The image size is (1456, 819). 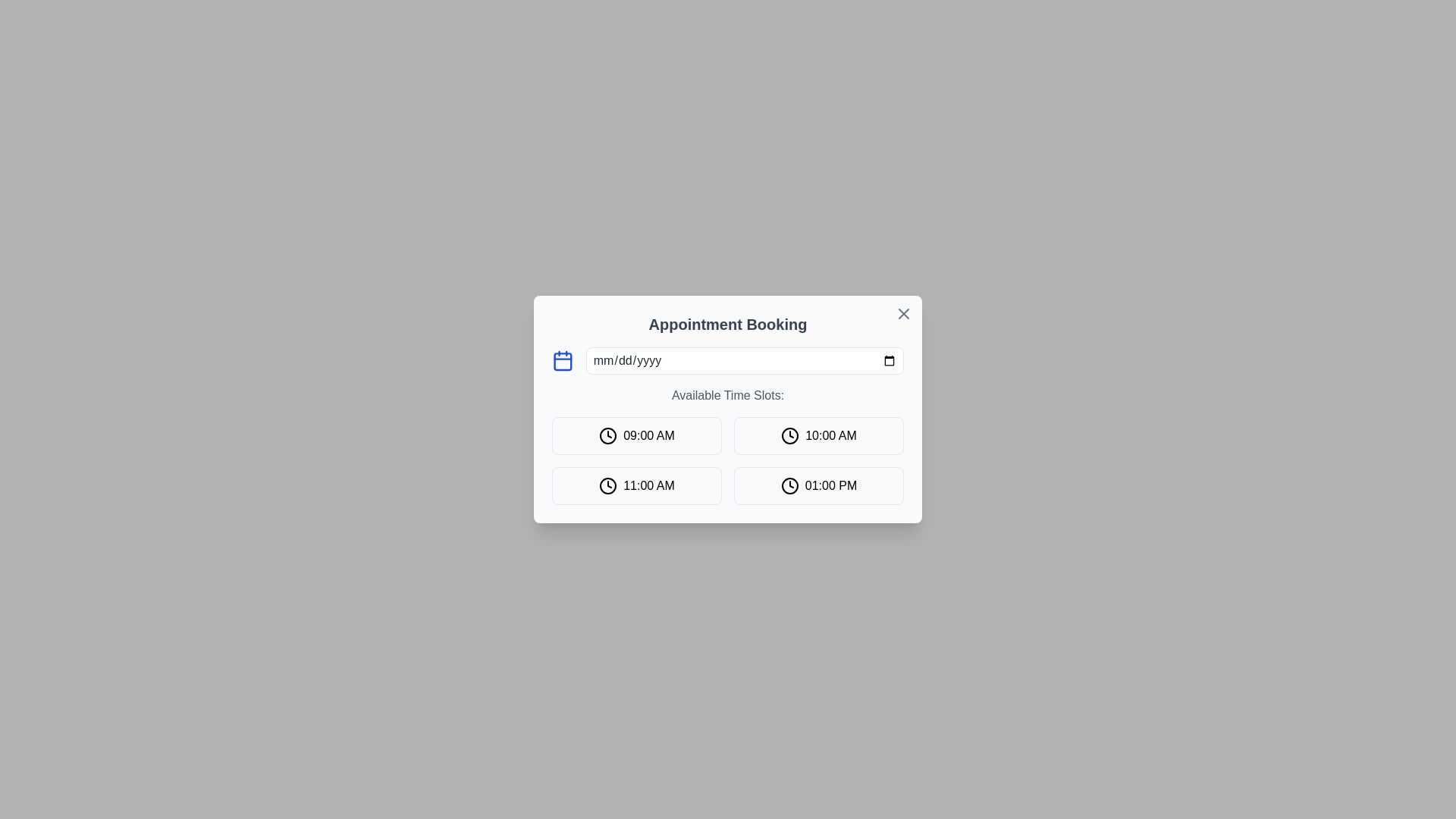 What do you see at coordinates (818, 435) in the screenshot?
I see `the rectangular button with rounded corners containing a clock icon and the text '10:00 AM'` at bounding box center [818, 435].